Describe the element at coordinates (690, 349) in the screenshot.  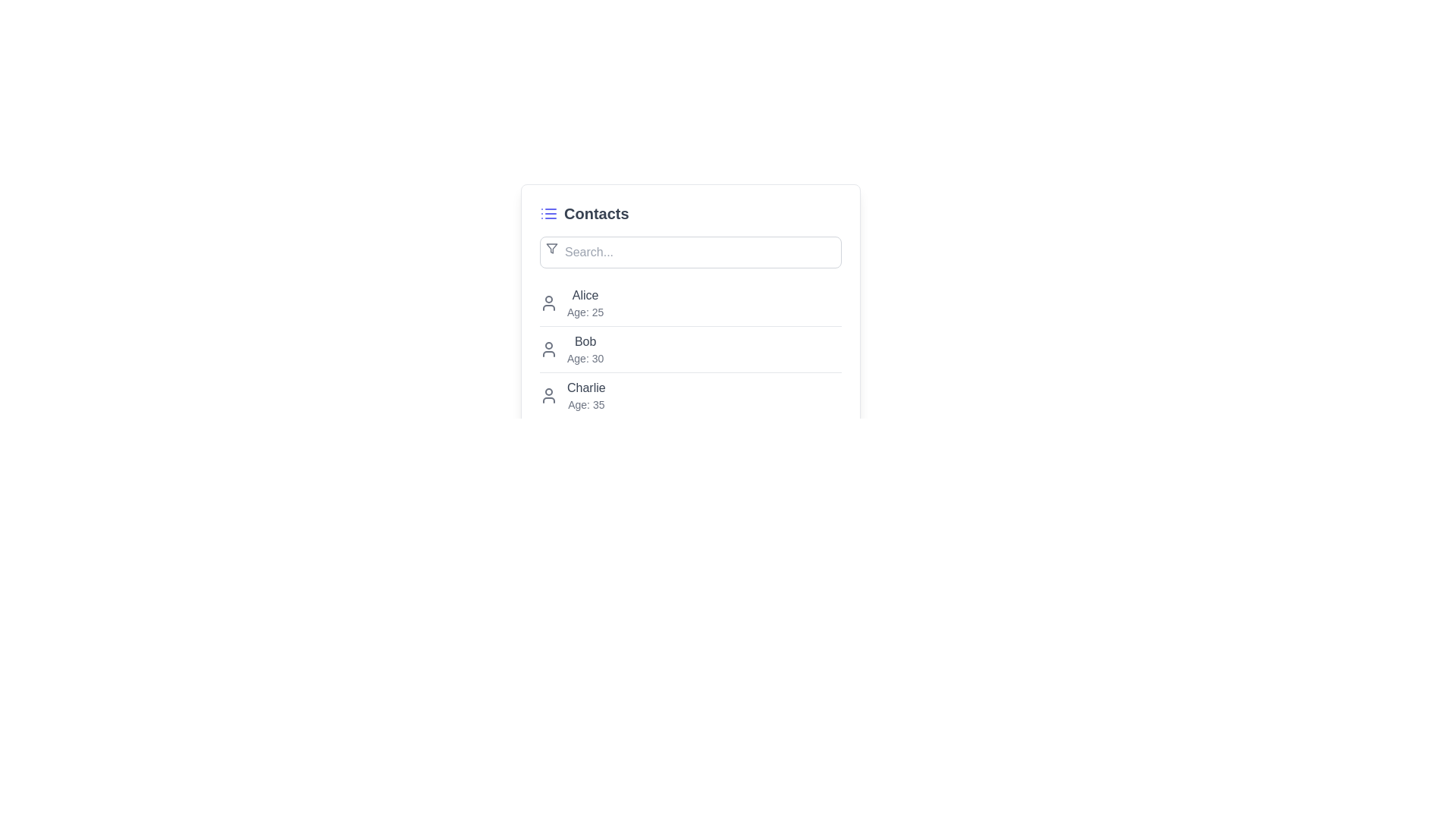
I see `the second user entry in the 'Contacts' list that displays the name 'Bob' and age '30'` at that location.